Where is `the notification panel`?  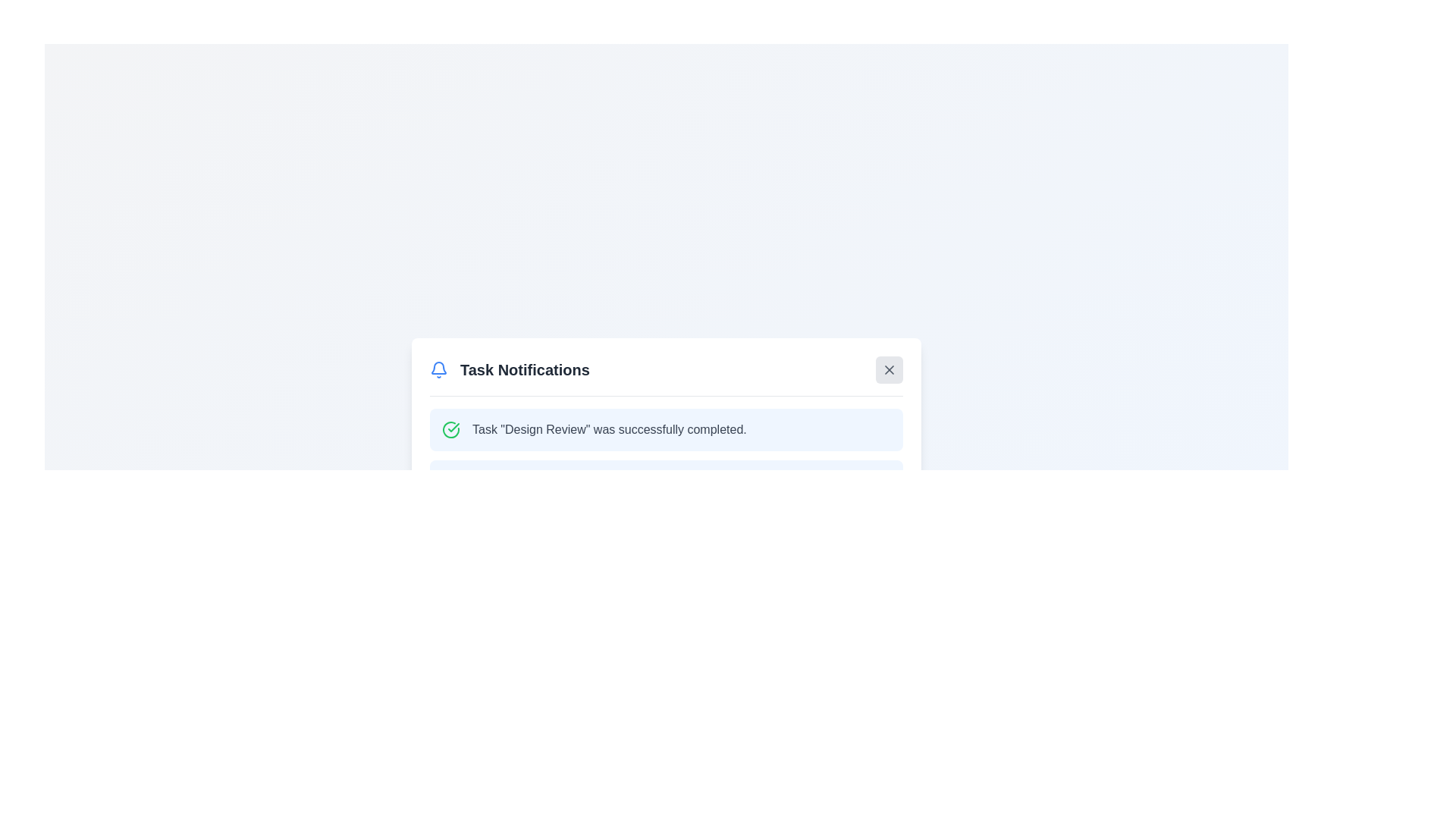 the notification panel is located at coordinates (666, 452).